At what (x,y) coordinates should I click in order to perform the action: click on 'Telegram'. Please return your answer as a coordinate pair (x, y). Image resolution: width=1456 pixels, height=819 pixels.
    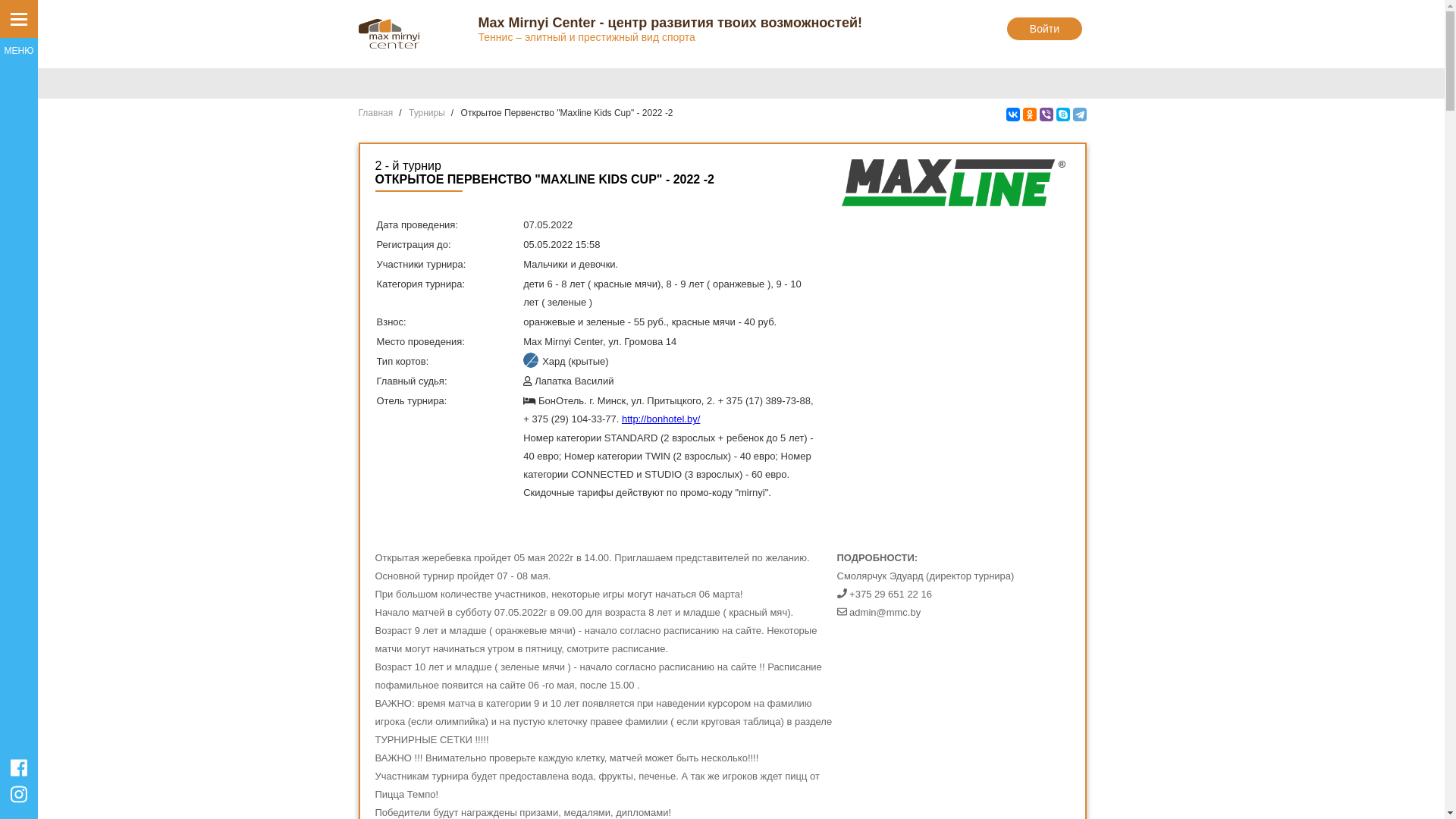
    Looking at the image, I should click on (1078, 113).